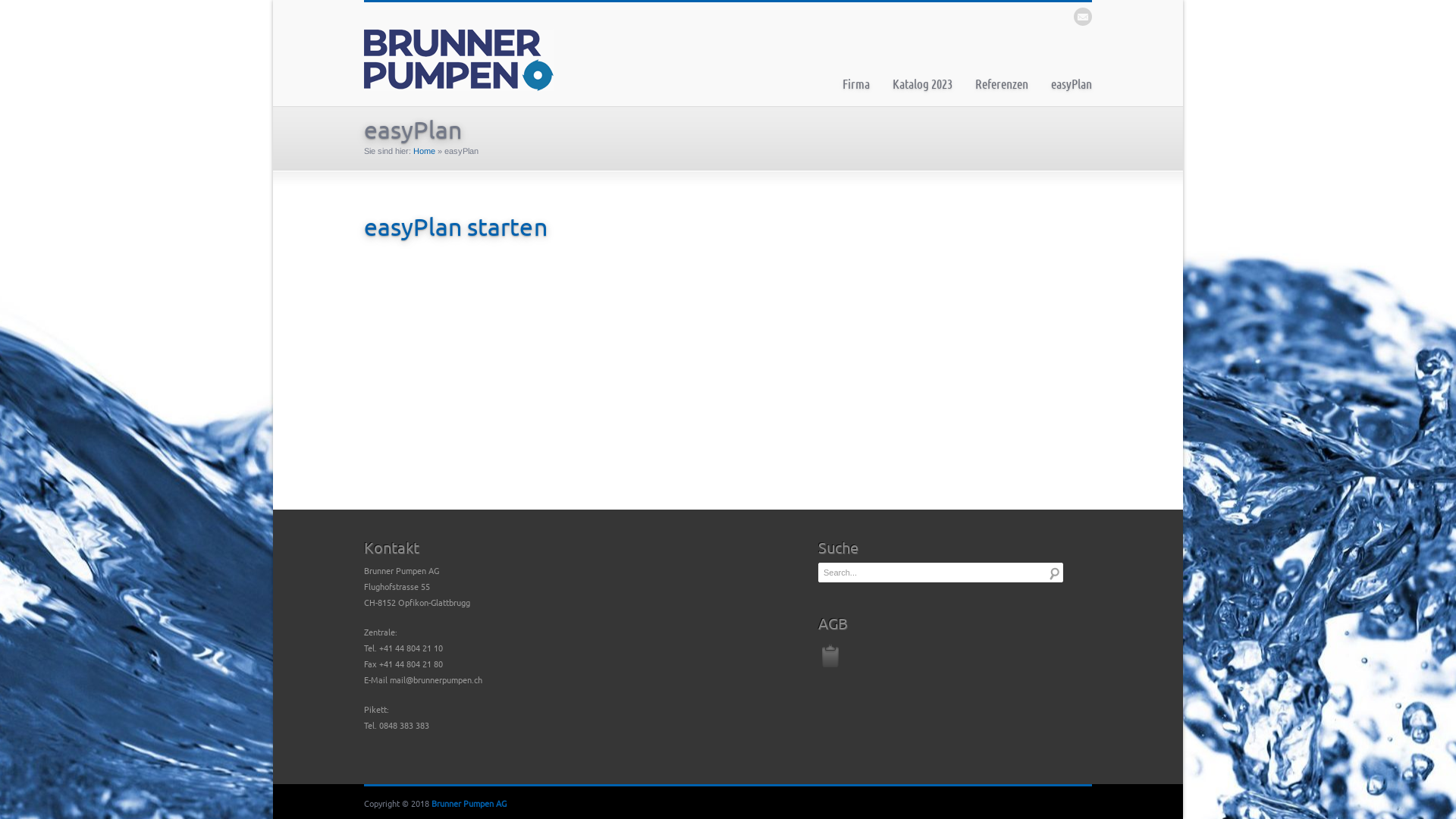  I want to click on 'easyPlan', so click(1070, 83).